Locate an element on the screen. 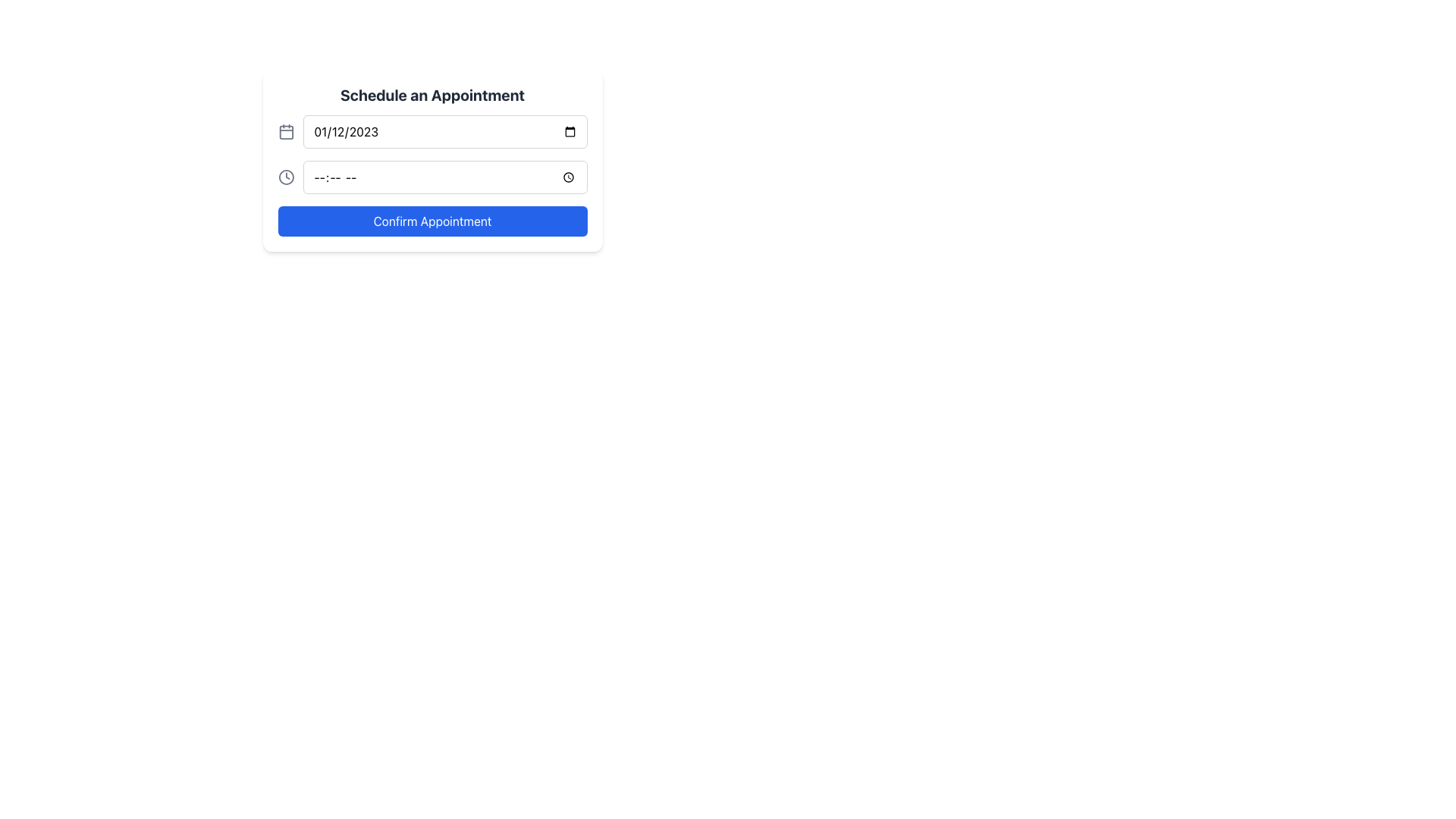  the Circular SVG component that visually represents a clock icon, located adjacent to the time selection input field is located at coordinates (286, 177).